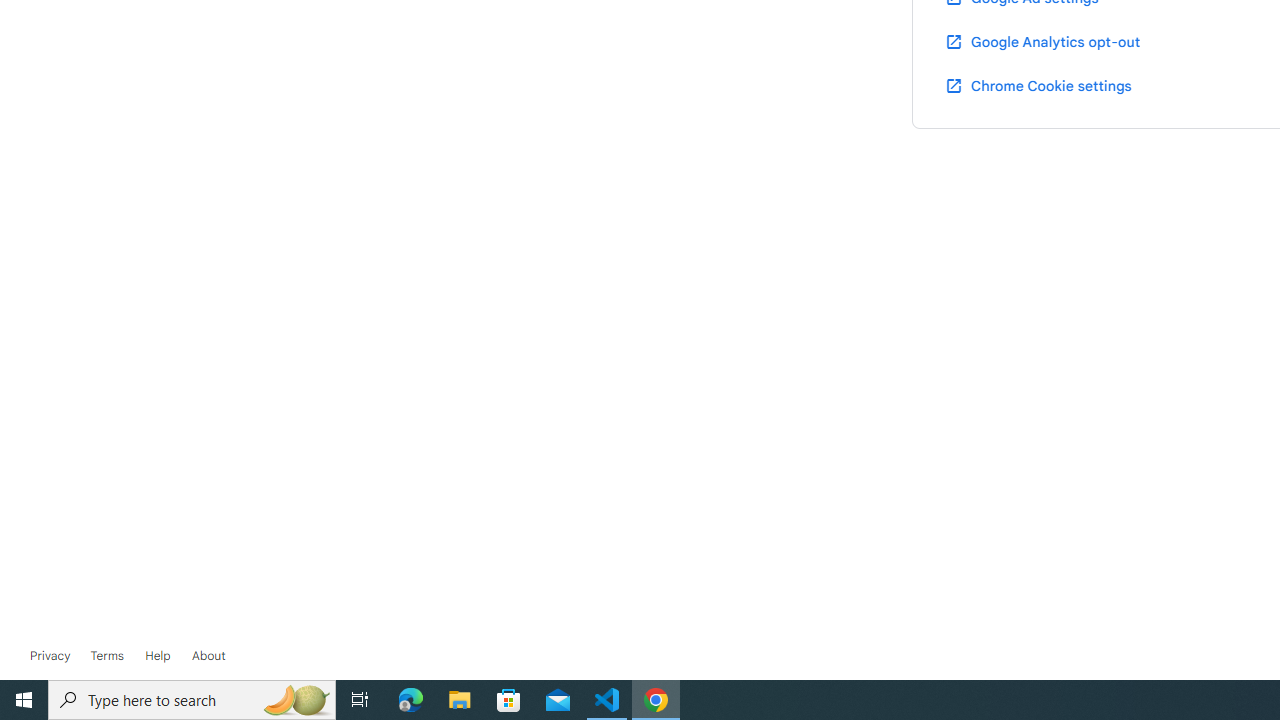 The image size is (1280, 720). Describe the element at coordinates (459, 698) in the screenshot. I see `'File Explorer'` at that location.